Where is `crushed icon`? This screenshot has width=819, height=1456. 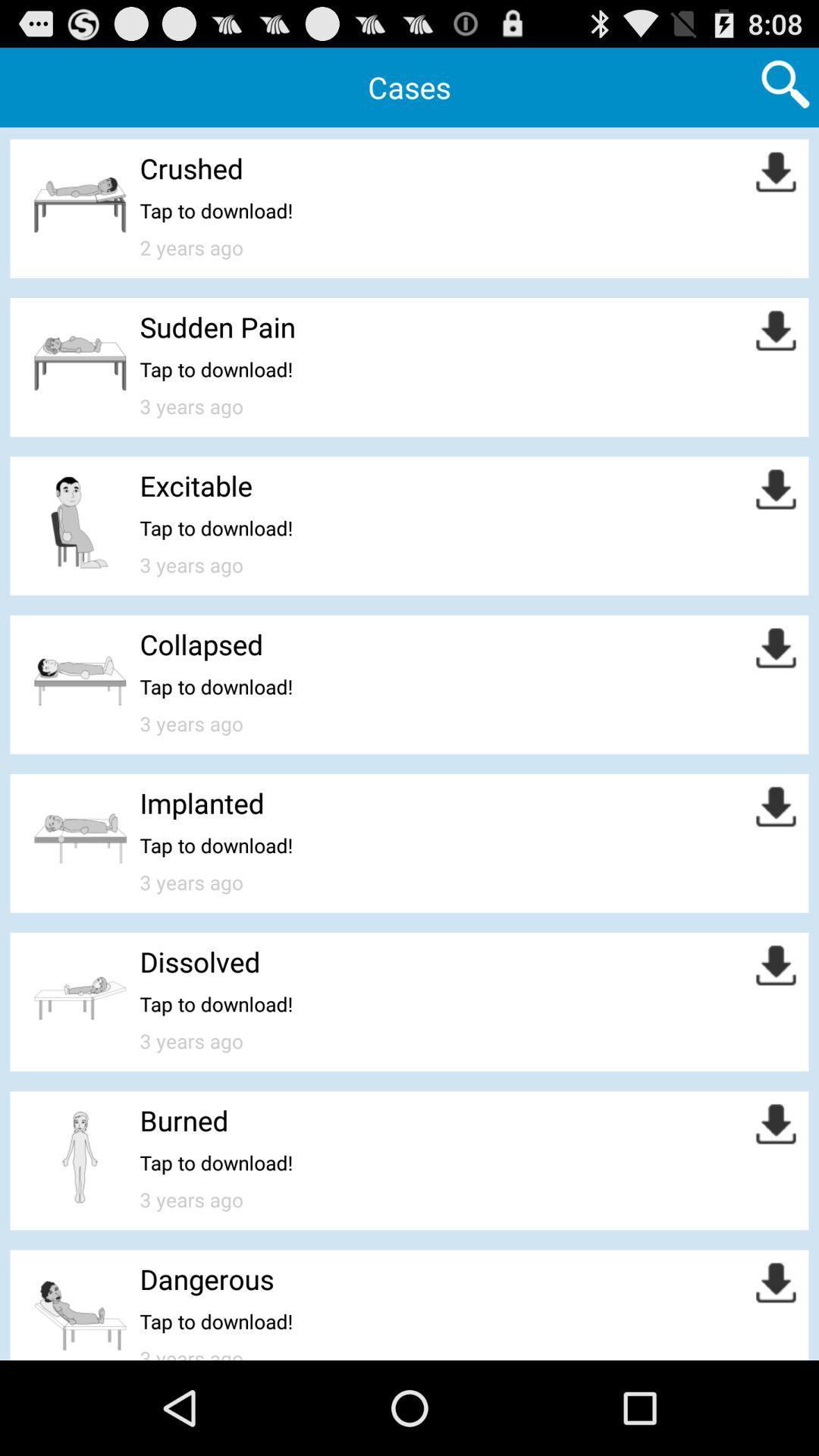
crushed icon is located at coordinates (190, 168).